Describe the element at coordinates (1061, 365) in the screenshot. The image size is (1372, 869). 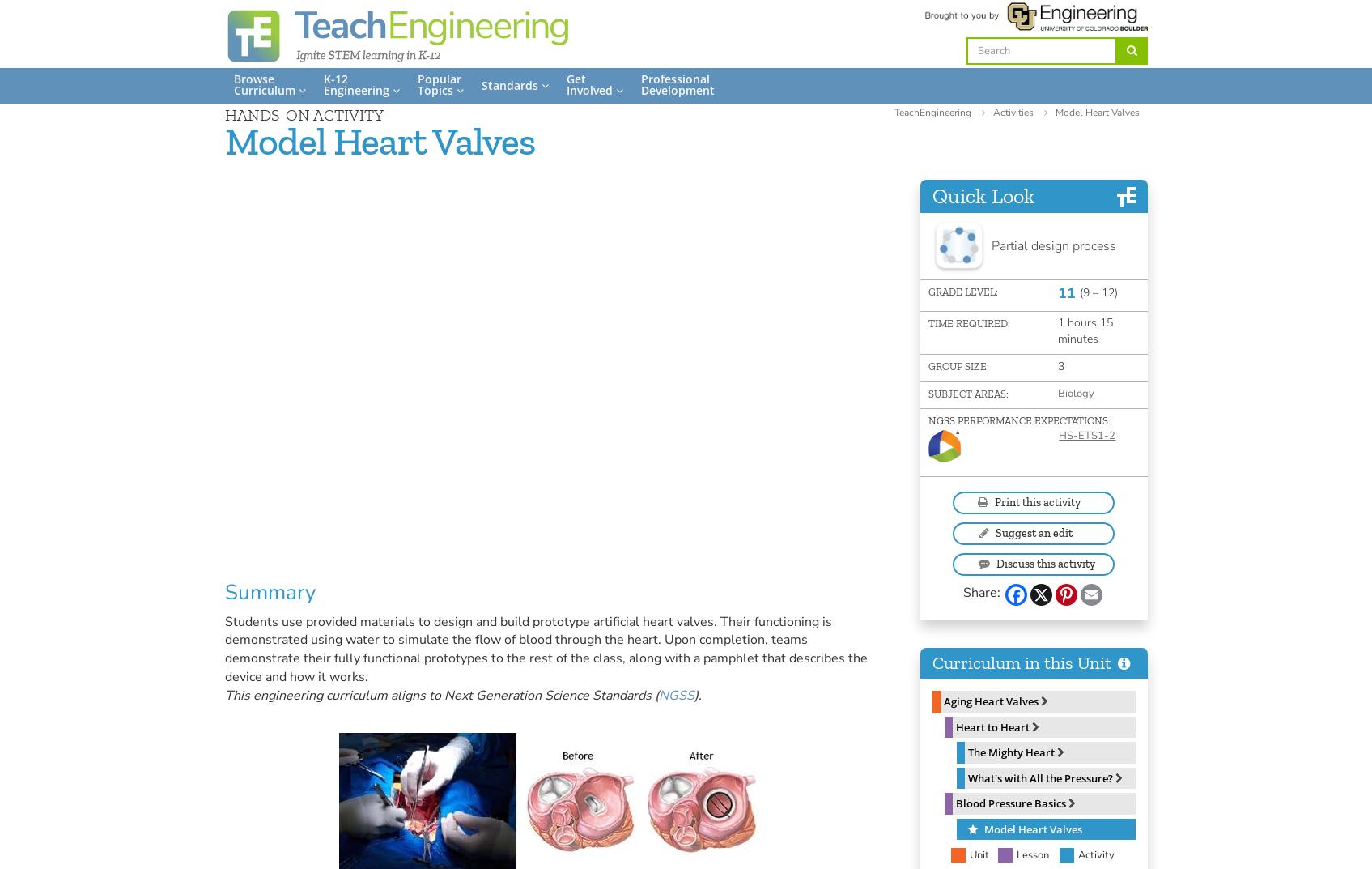
I see `'3'` at that location.